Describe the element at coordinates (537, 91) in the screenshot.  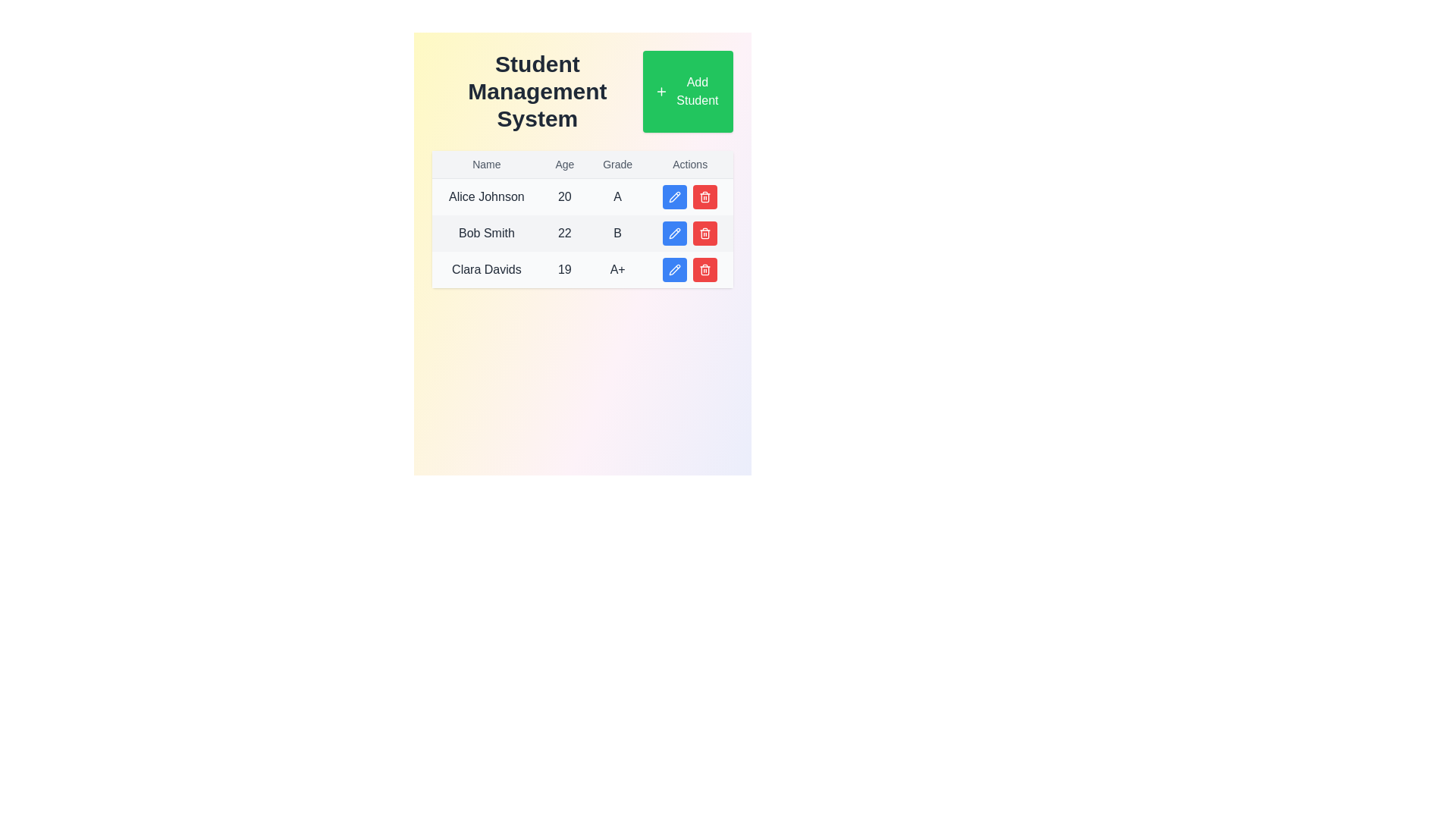
I see `the heading 'Student Management System' styled in large, bold font` at that location.